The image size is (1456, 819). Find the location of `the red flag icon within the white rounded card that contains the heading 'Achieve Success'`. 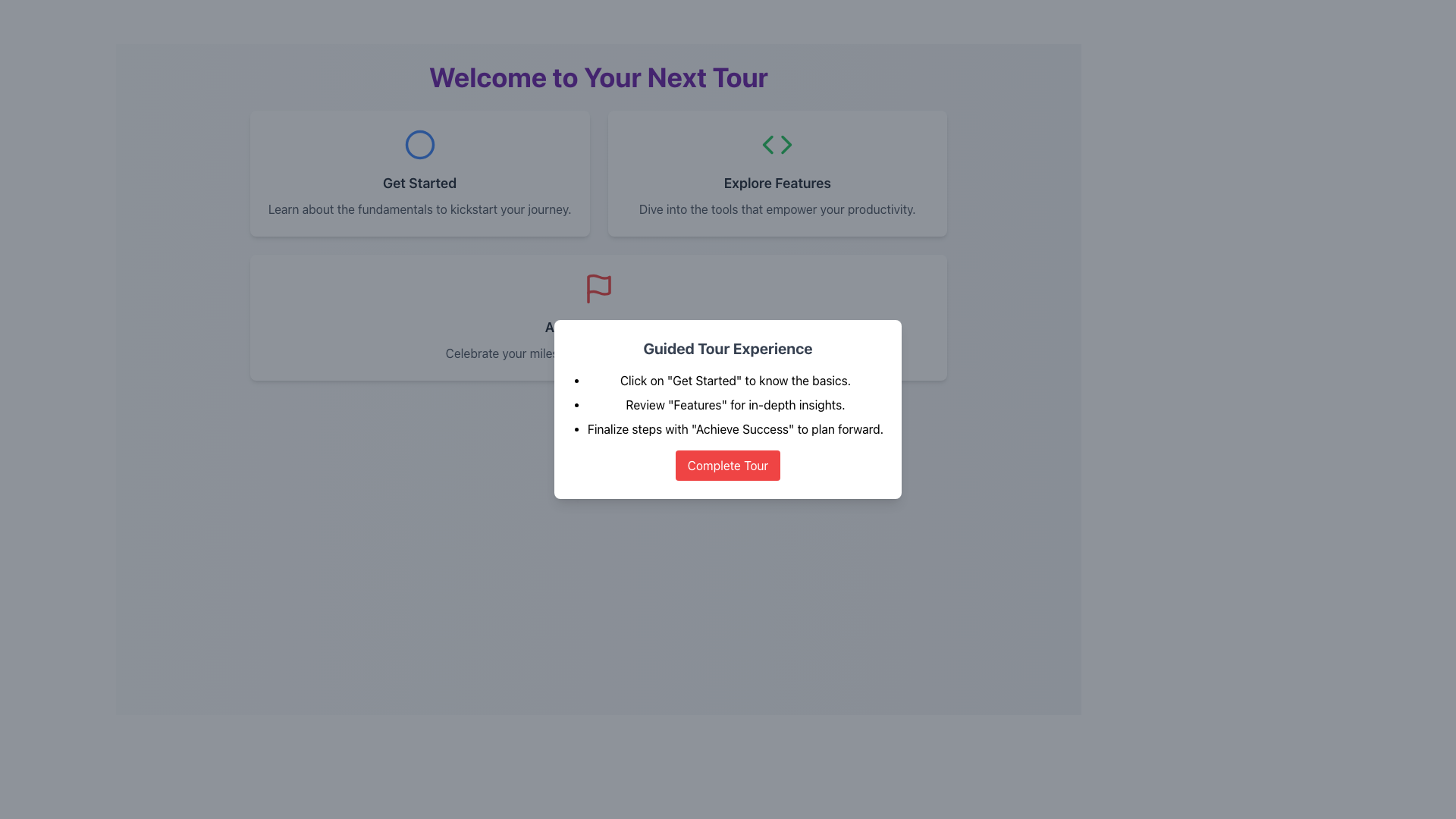

the red flag icon within the white rounded card that contains the heading 'Achieve Success' is located at coordinates (598, 289).